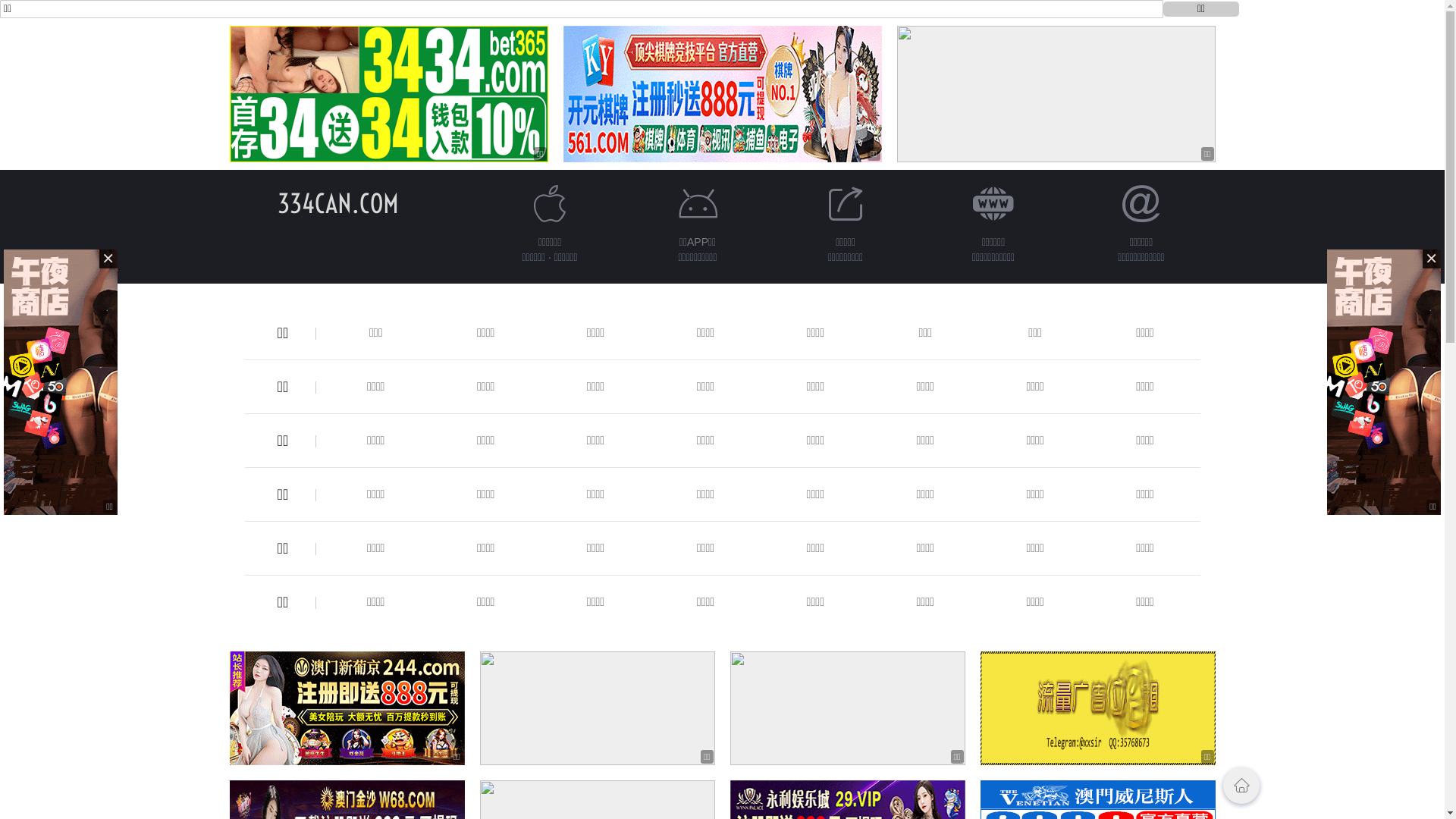 This screenshot has height=819, width=1456. Describe the element at coordinates (337, 202) in the screenshot. I see `'334CAN.COM'` at that location.